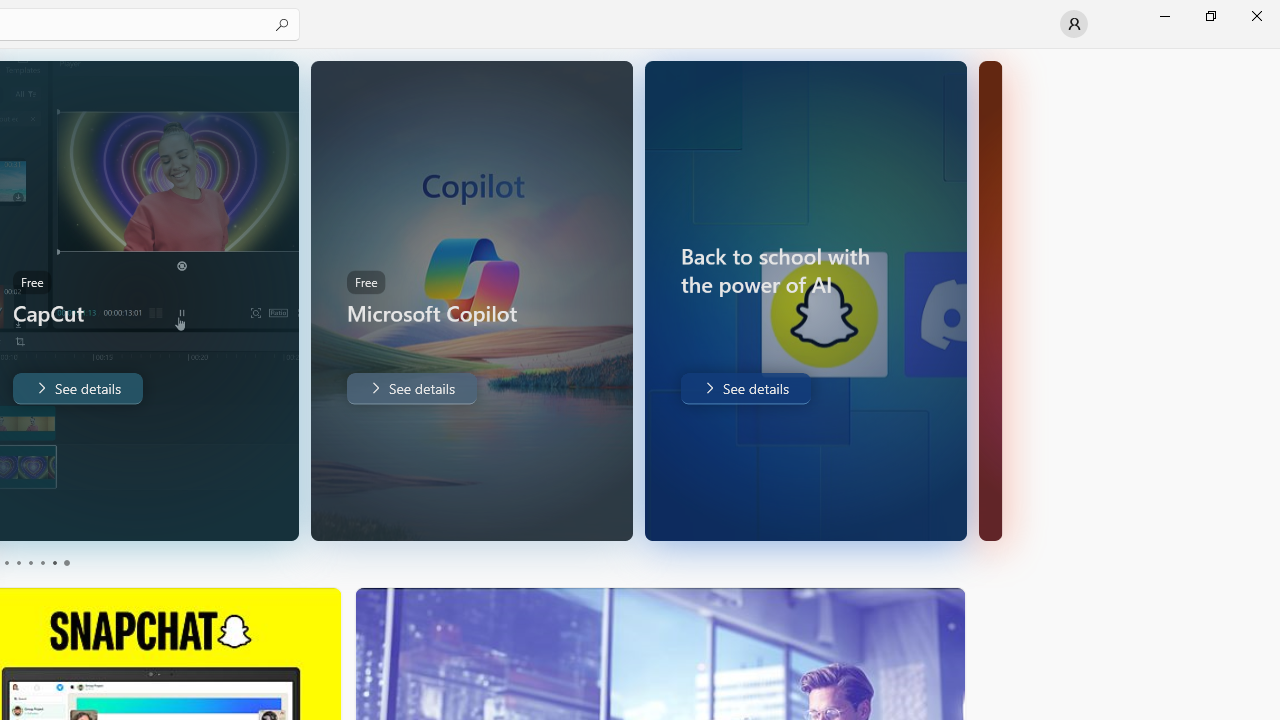  Describe the element at coordinates (1209, 15) in the screenshot. I see `'Restore Microsoft Store'` at that location.